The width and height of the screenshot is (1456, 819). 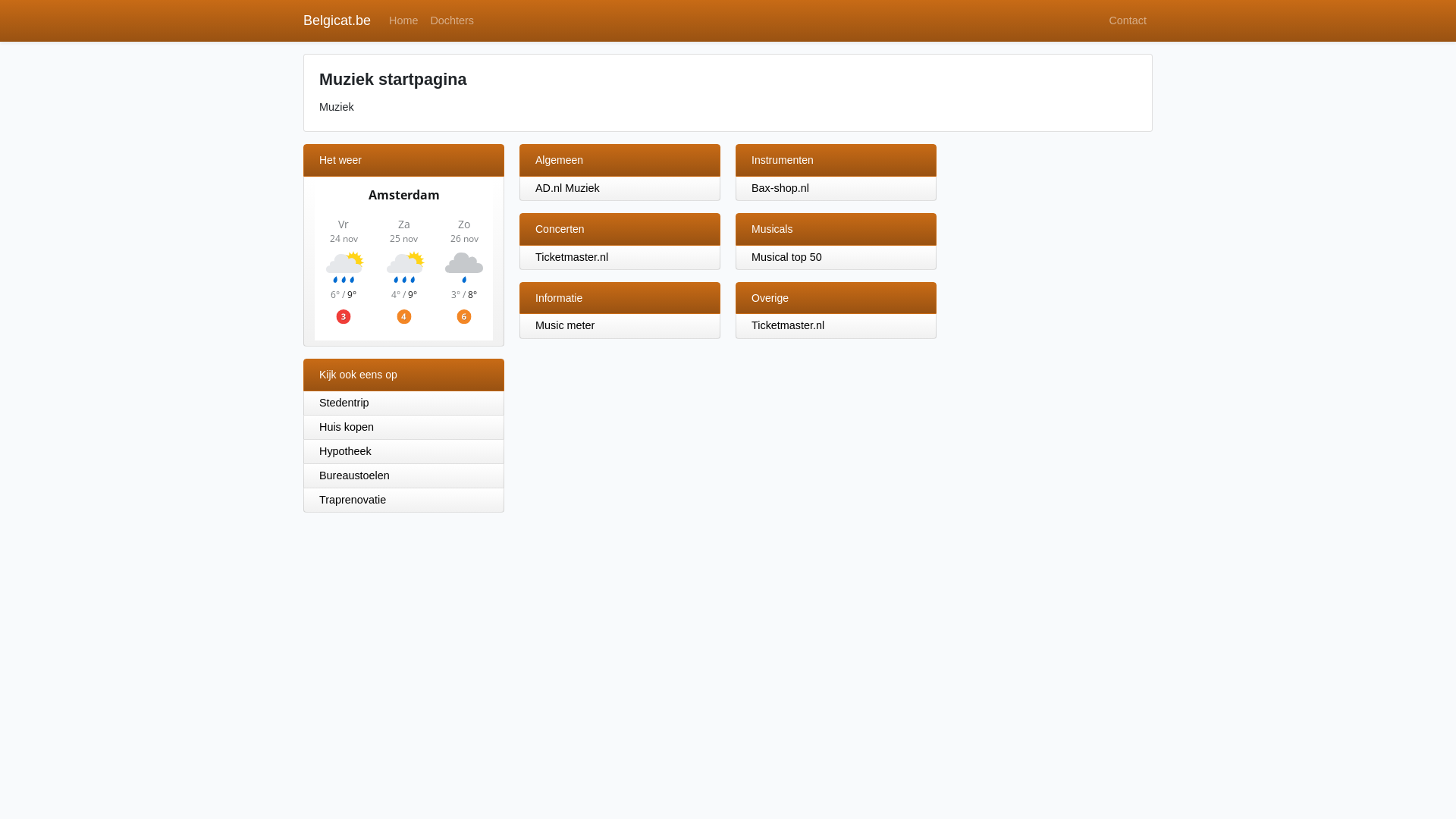 I want to click on 'Music meter', so click(x=535, y=324).